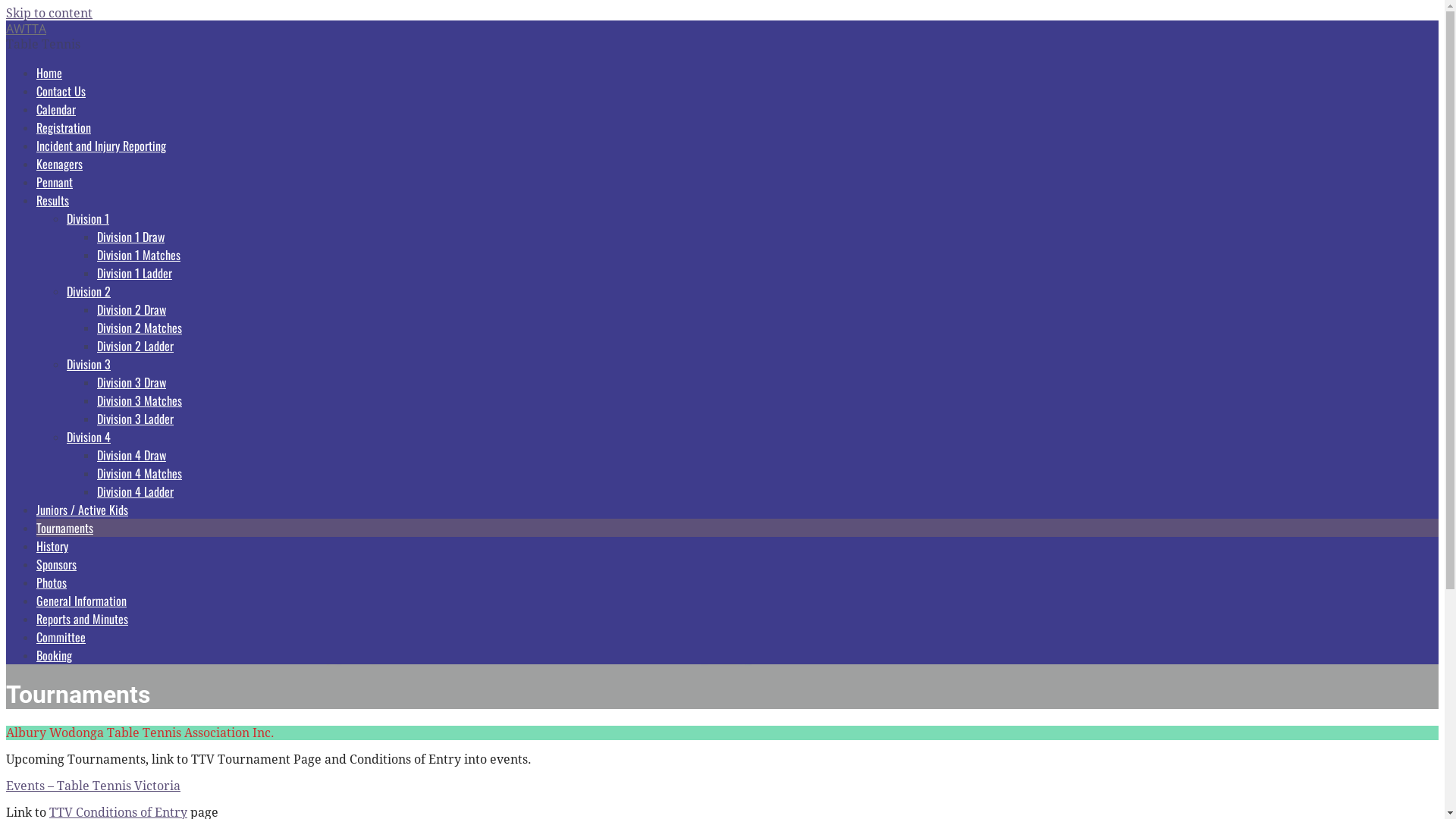  What do you see at coordinates (55, 108) in the screenshot?
I see `'Calendar'` at bounding box center [55, 108].